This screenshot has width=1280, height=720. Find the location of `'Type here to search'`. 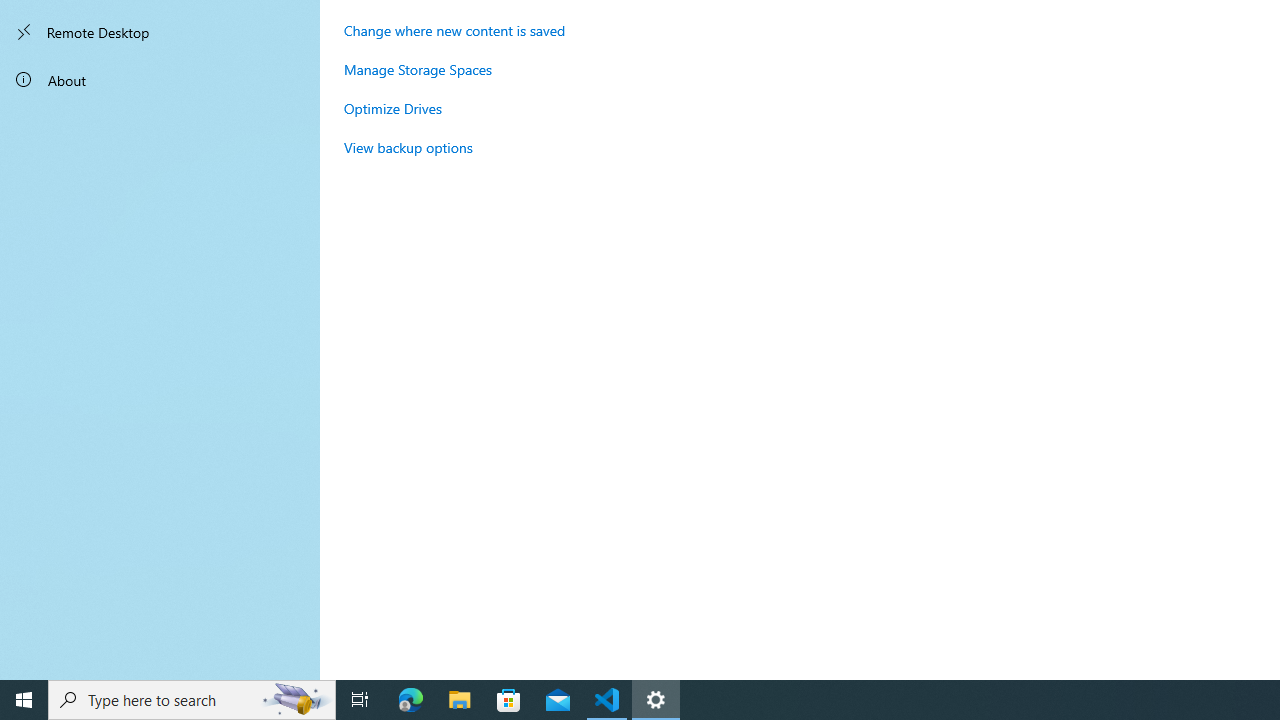

'Type here to search' is located at coordinates (192, 698).